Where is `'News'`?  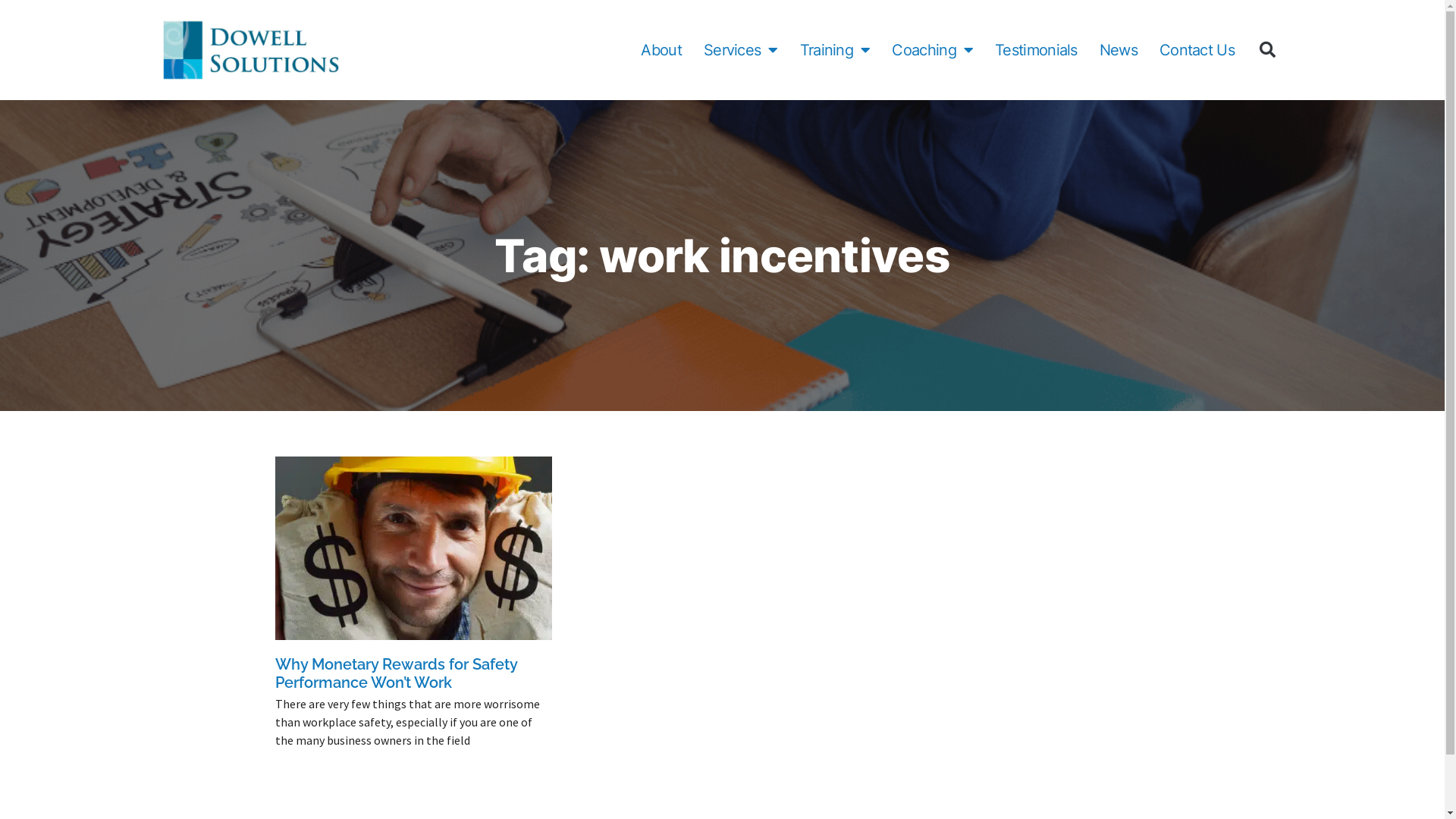 'News' is located at coordinates (1118, 49).